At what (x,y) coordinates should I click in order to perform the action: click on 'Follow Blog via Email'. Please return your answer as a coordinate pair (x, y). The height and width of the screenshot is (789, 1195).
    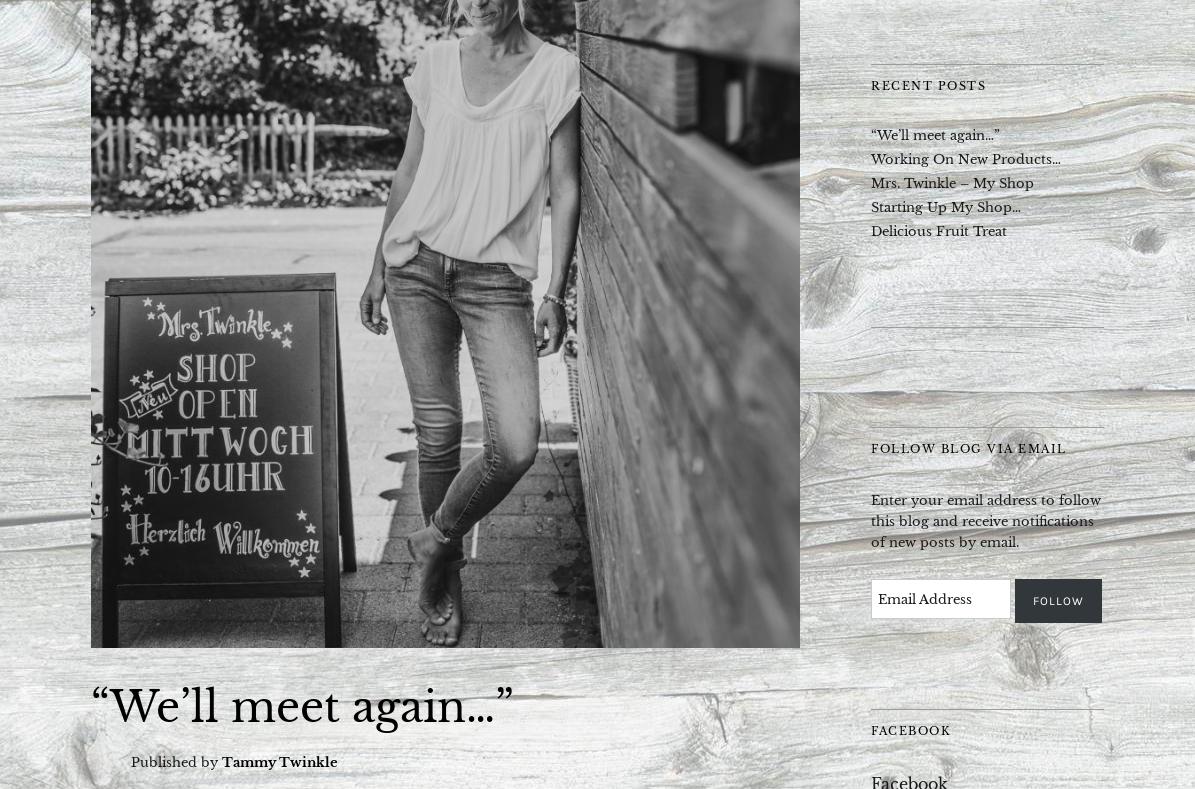
    Looking at the image, I should click on (870, 447).